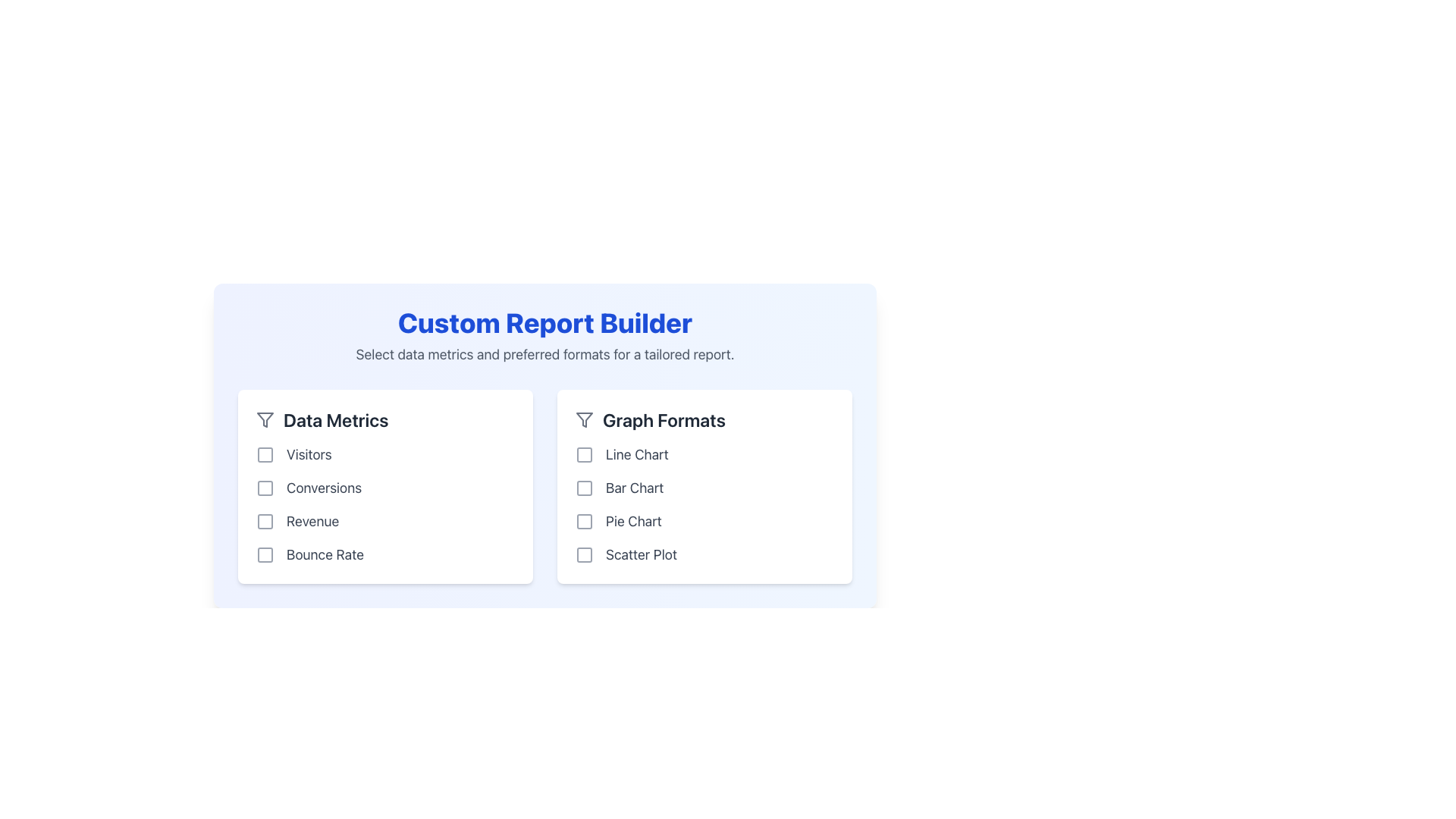  Describe the element at coordinates (265, 454) in the screenshot. I see `the checkbox with a gray outline and rounded corners located next to the text 'Visitors' in the 'Data Metrics' section` at that location.